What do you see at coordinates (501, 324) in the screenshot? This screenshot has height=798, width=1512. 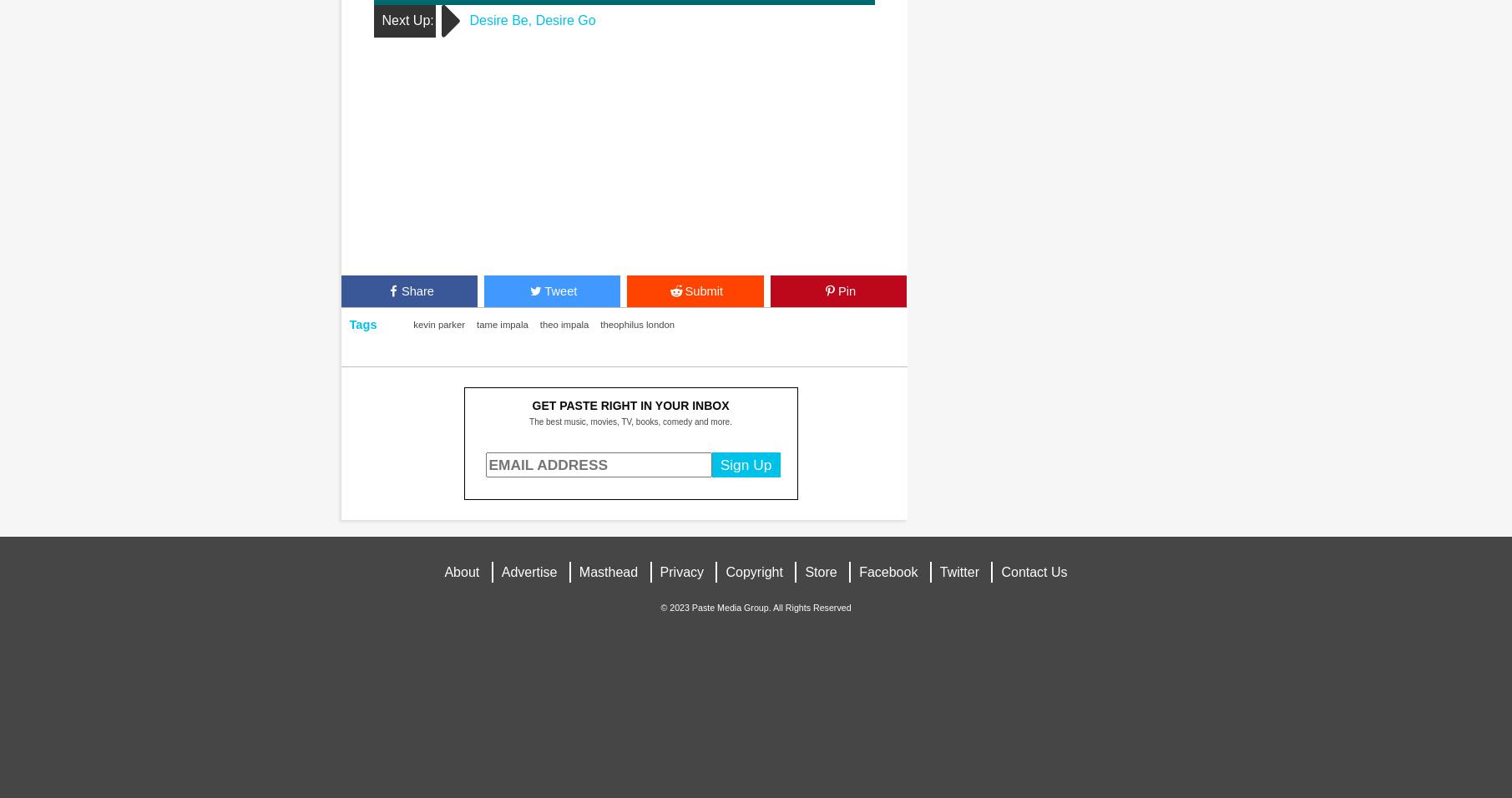 I see `'tame impala'` at bounding box center [501, 324].